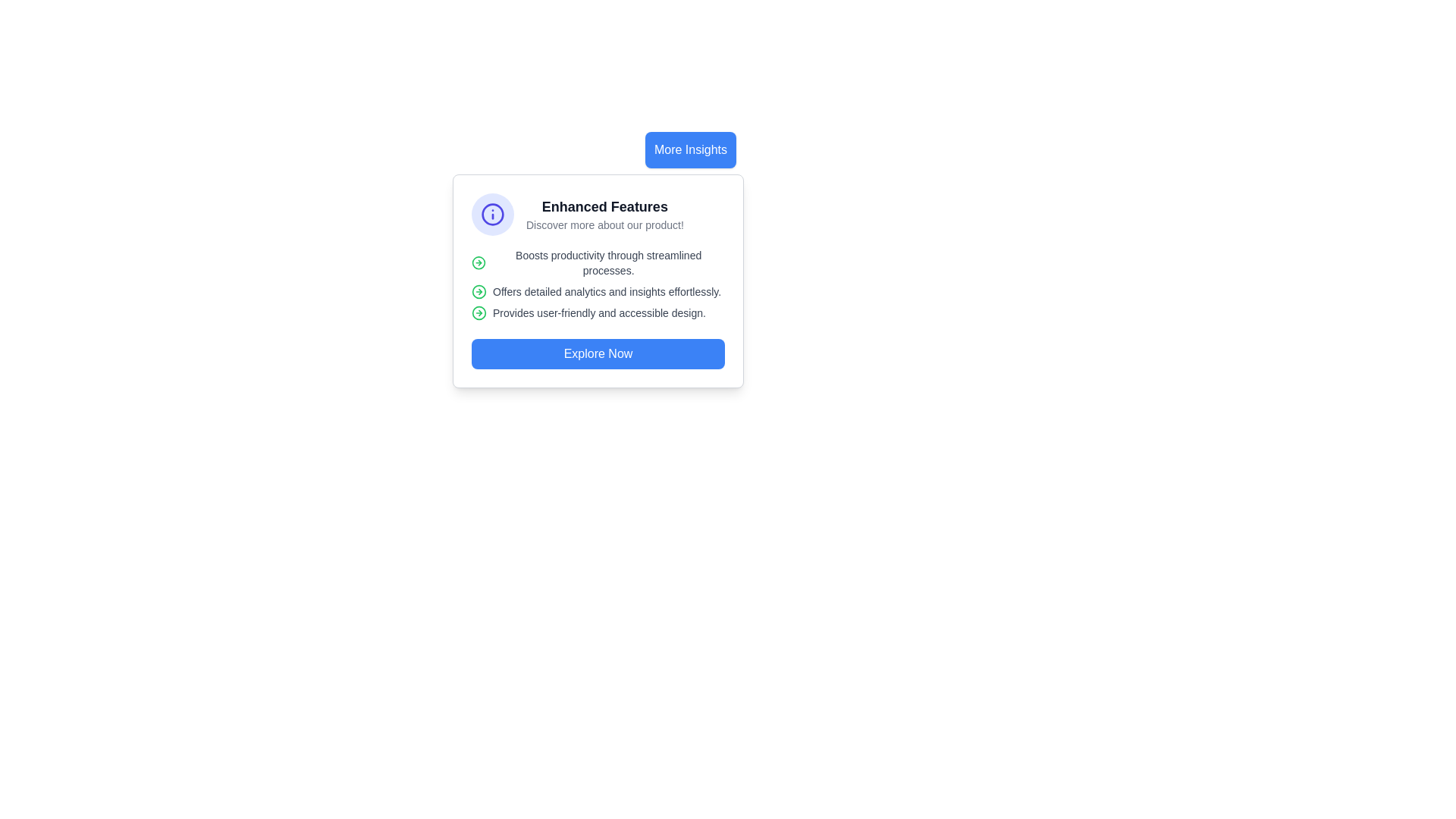 This screenshot has width=1456, height=819. Describe the element at coordinates (597, 353) in the screenshot. I see `the blue rectangular button labeled 'Explore Now' located at the bottom center of the card layout` at that location.